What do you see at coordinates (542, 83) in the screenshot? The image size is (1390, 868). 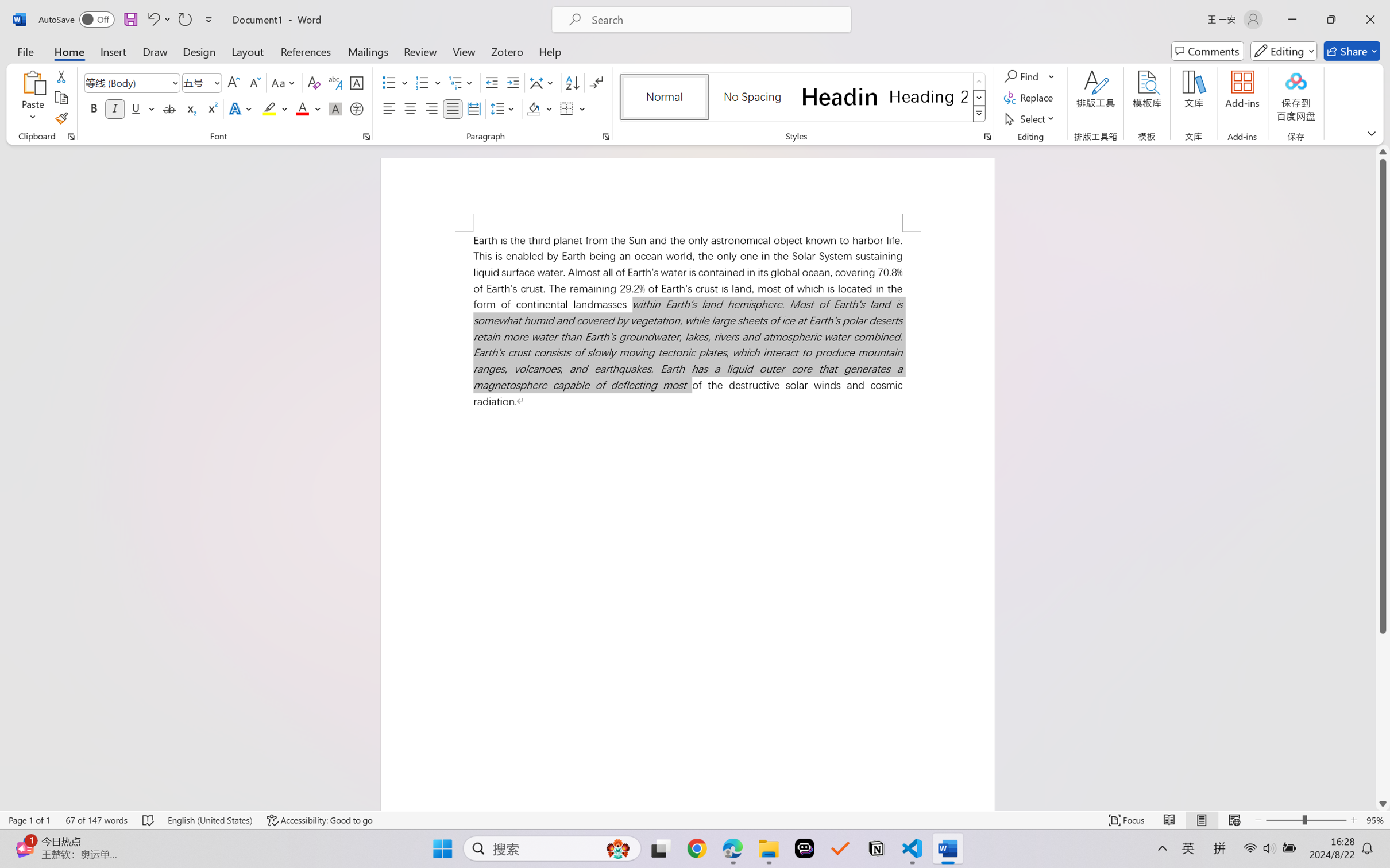 I see `'Asian Layout'` at bounding box center [542, 83].